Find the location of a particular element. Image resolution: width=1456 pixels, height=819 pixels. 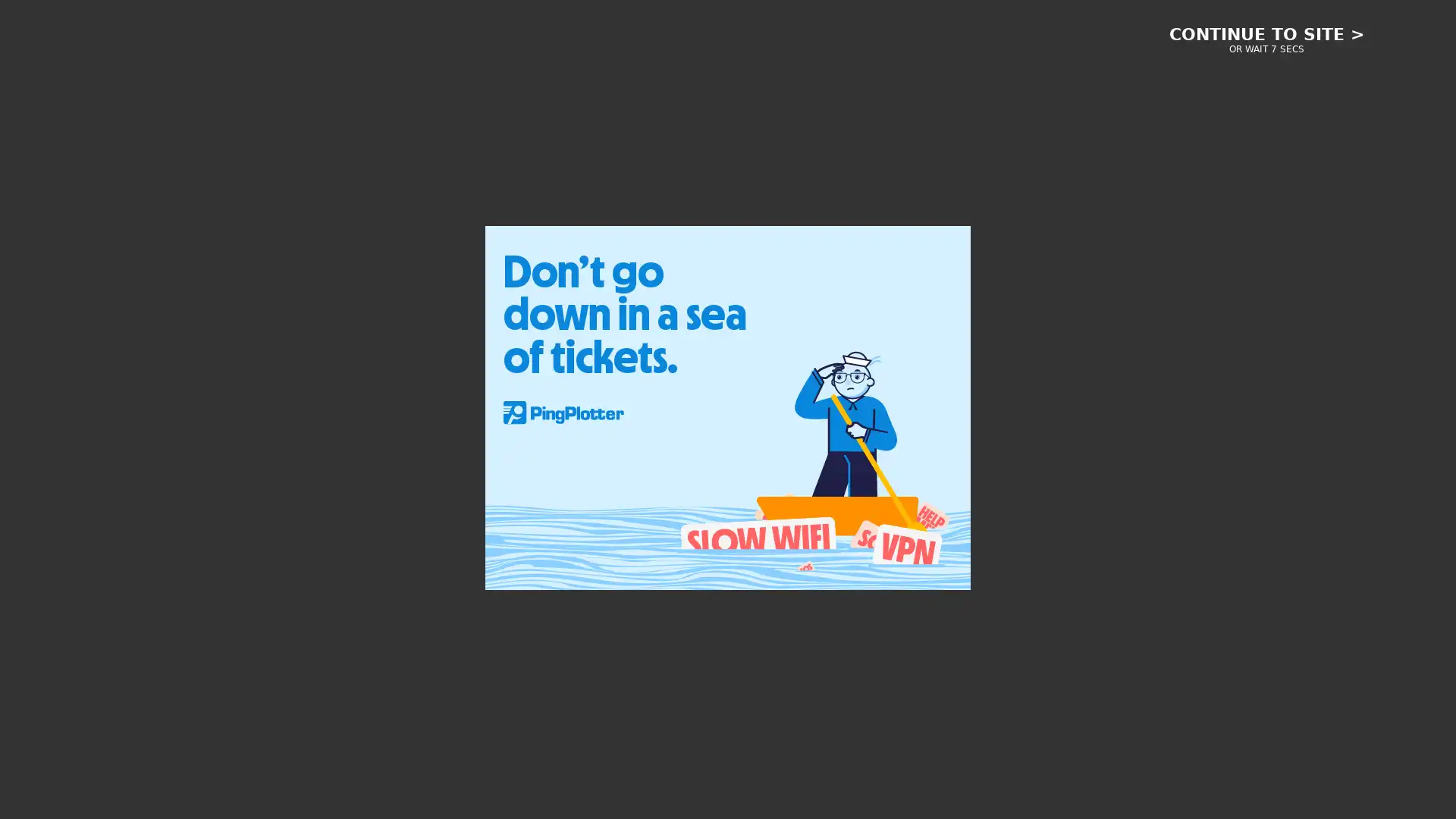

Toggle Search is located at coordinates (1063, 79).